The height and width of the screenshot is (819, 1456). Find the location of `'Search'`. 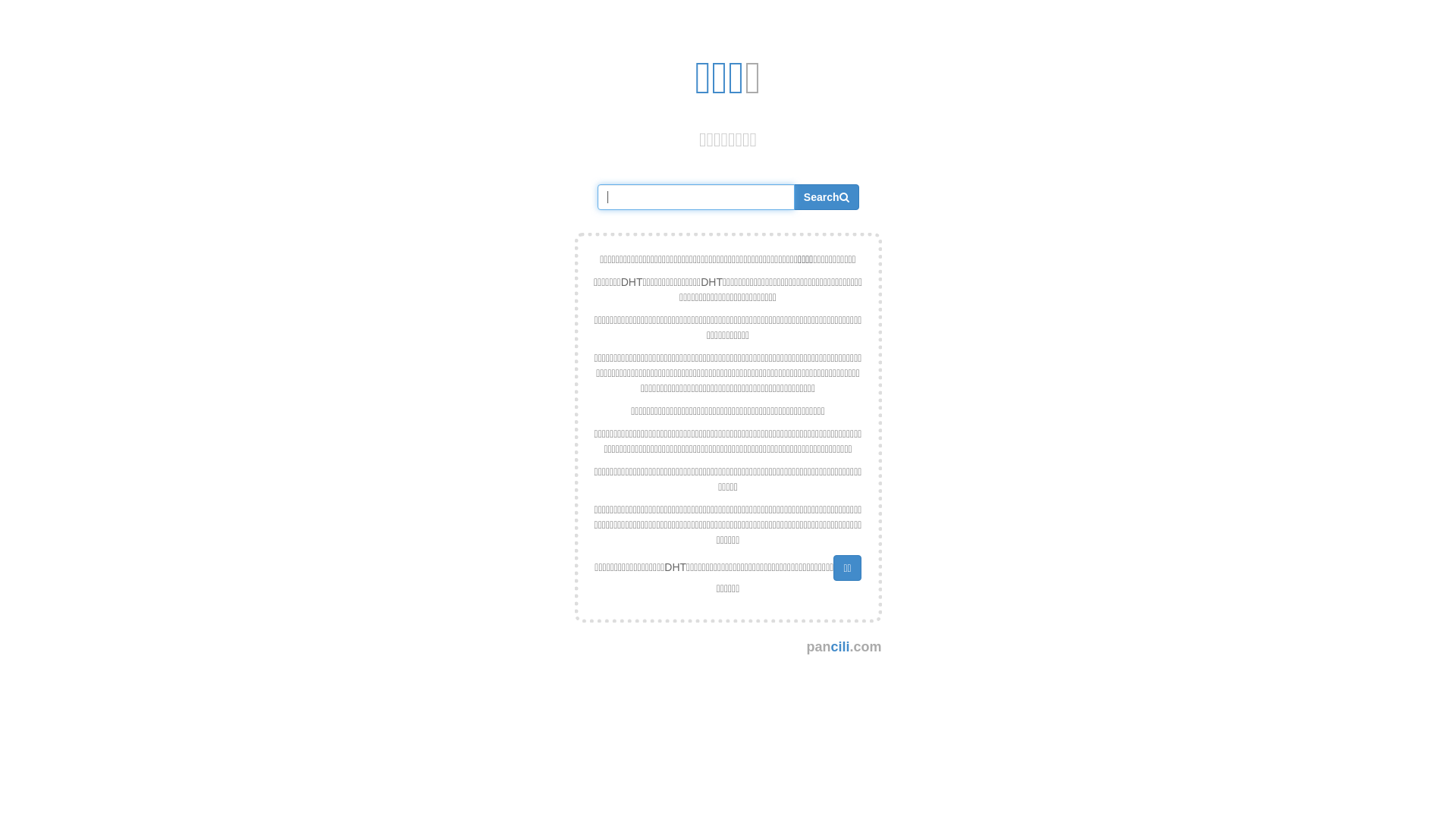

'Search' is located at coordinates (792, 196).